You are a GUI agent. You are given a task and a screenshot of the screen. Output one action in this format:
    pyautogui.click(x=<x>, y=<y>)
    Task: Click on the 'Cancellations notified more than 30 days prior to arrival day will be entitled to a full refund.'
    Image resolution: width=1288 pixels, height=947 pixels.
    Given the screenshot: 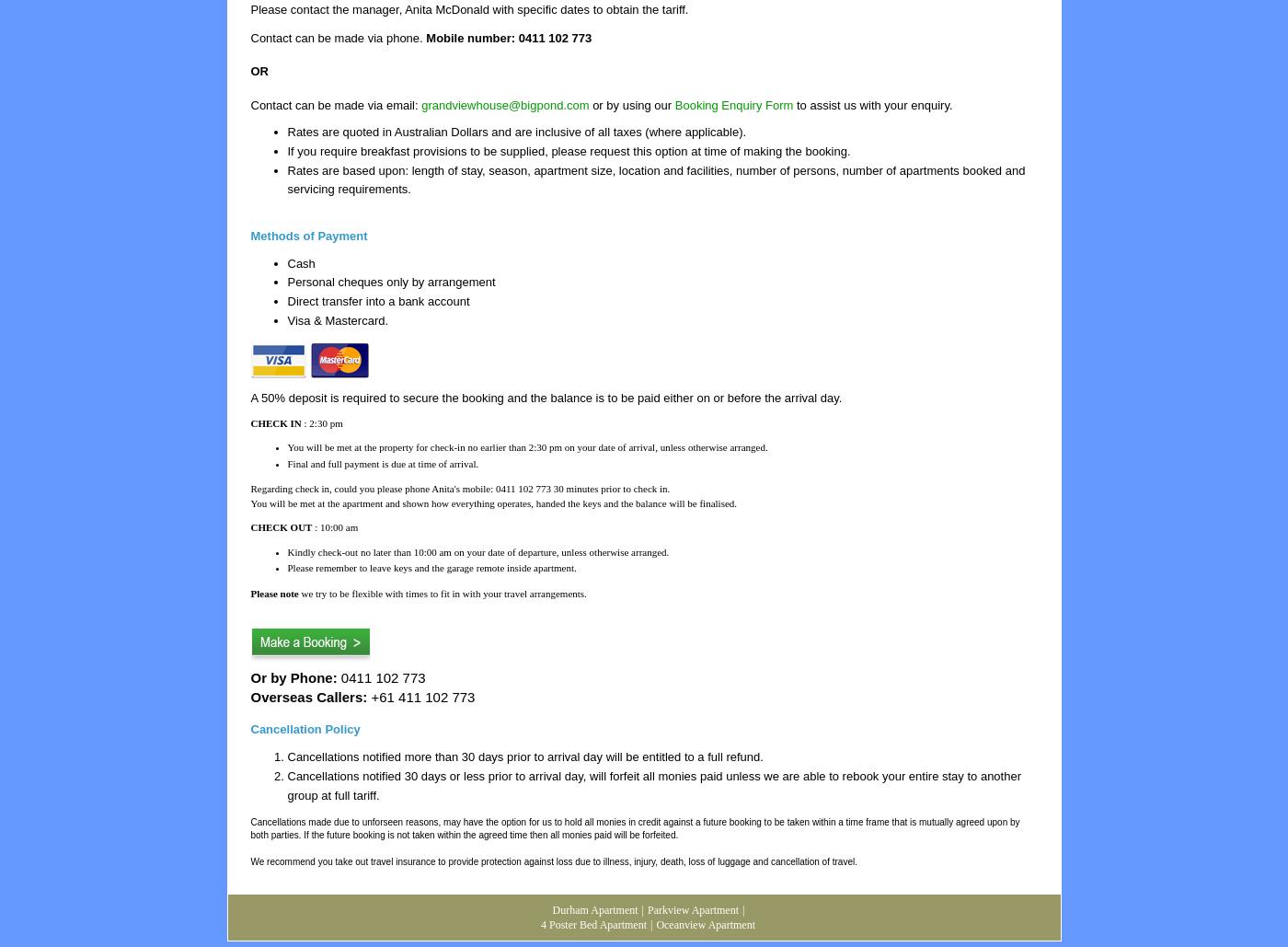 What is the action you would take?
    pyautogui.click(x=524, y=756)
    